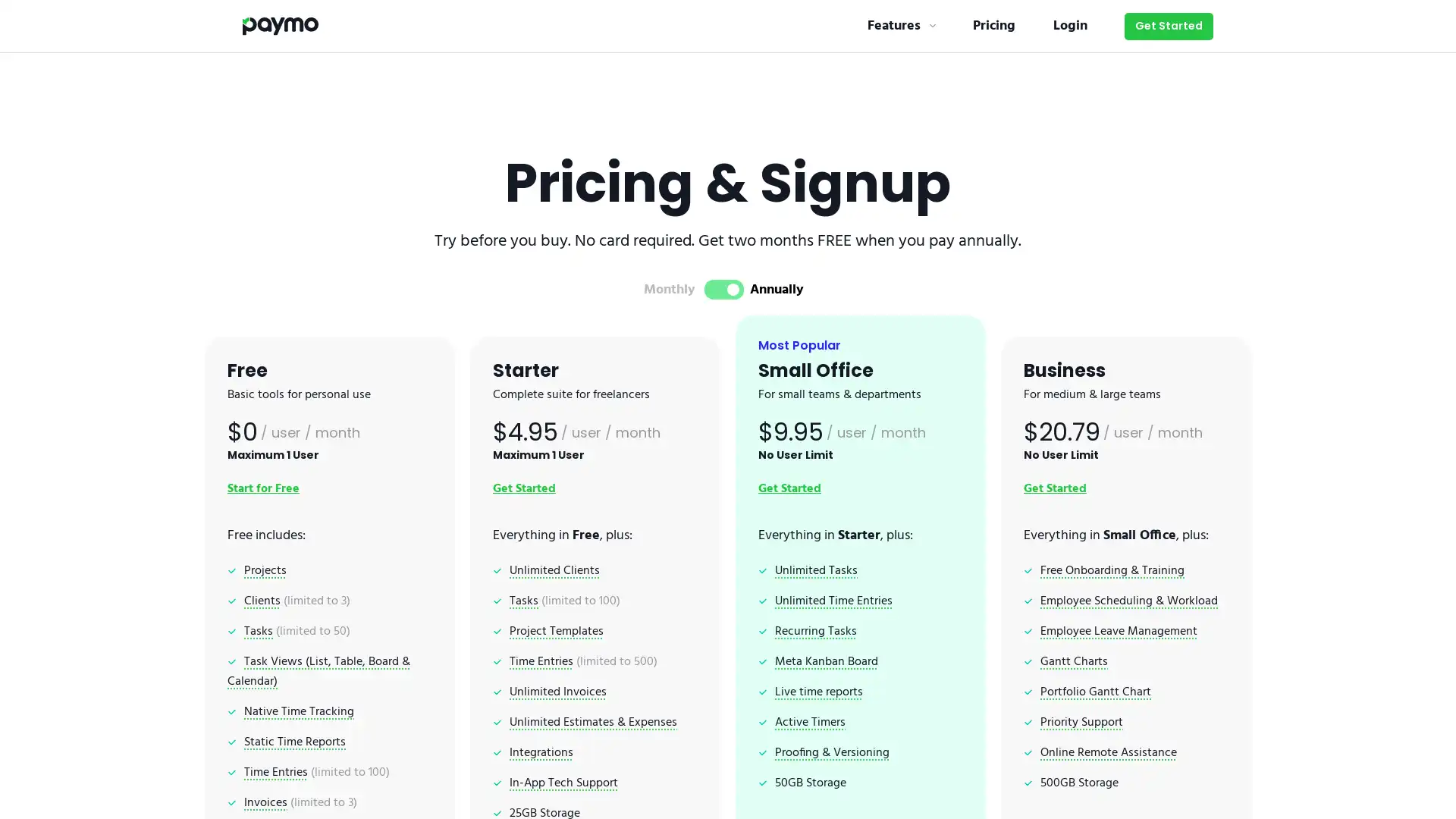  What do you see at coordinates (1168, 26) in the screenshot?
I see `Get Started` at bounding box center [1168, 26].